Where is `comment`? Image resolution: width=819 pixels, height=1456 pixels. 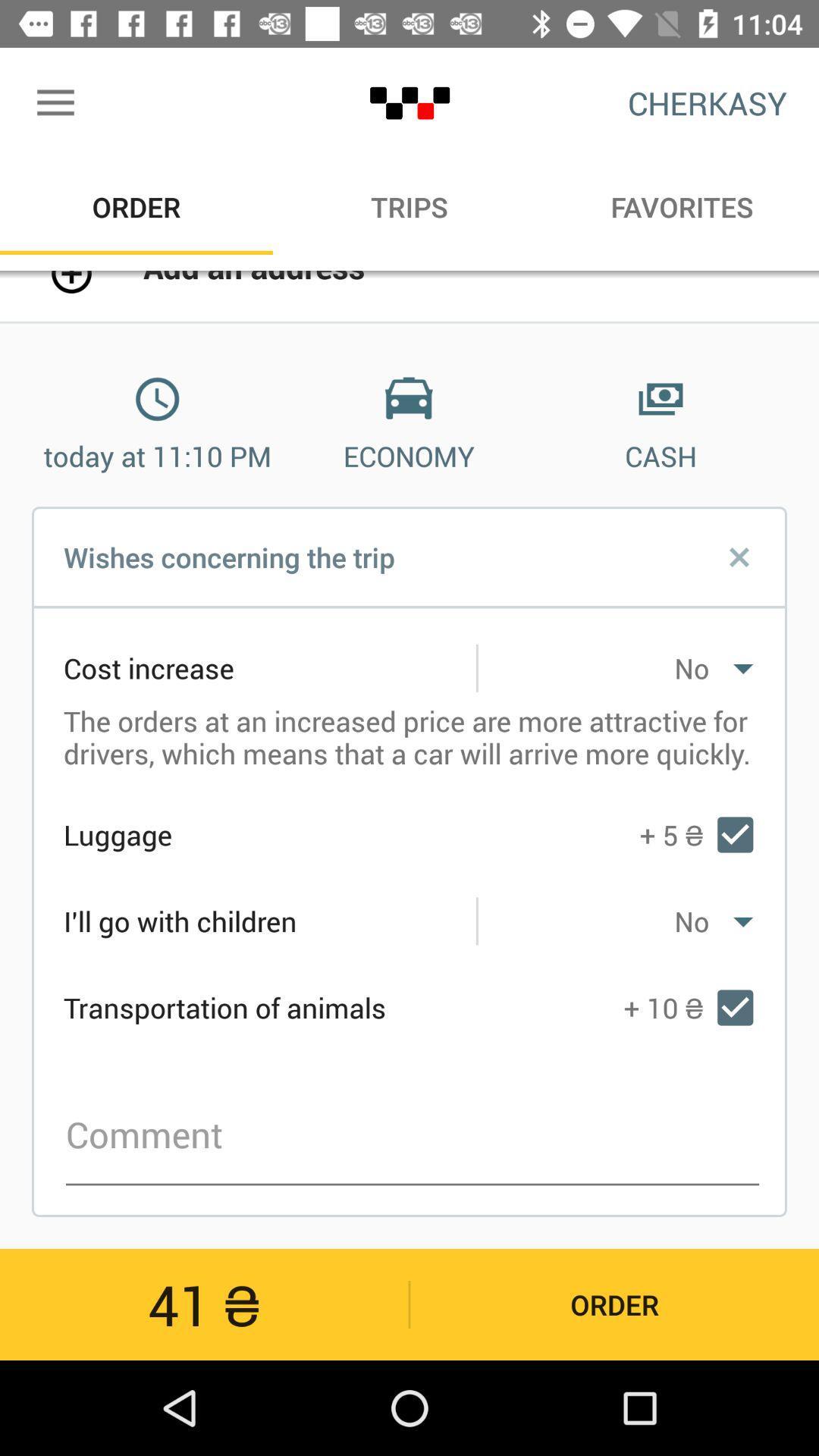 comment is located at coordinates (413, 1135).